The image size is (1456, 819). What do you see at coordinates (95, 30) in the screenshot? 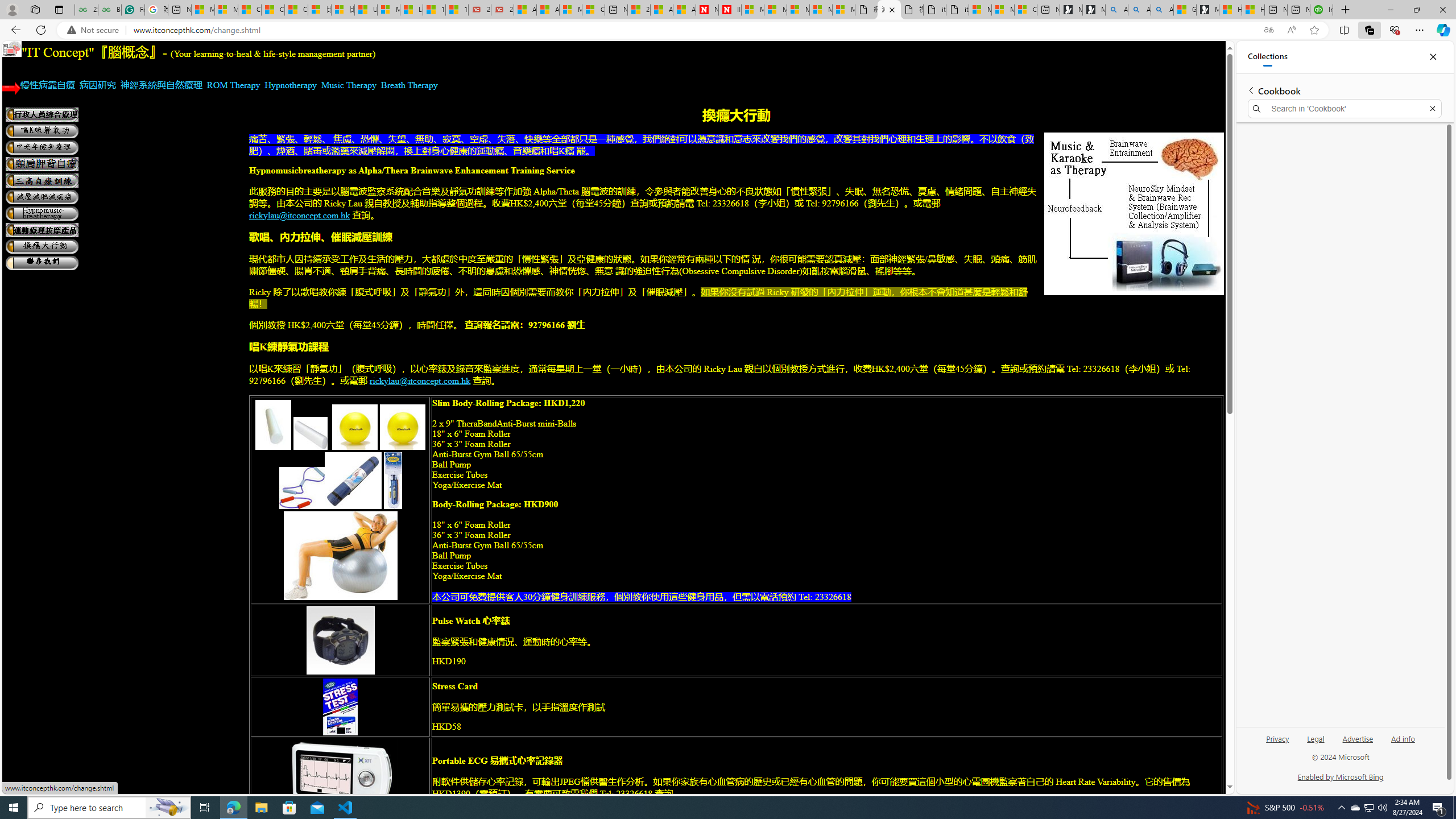
I see `'Not secure'` at bounding box center [95, 30].